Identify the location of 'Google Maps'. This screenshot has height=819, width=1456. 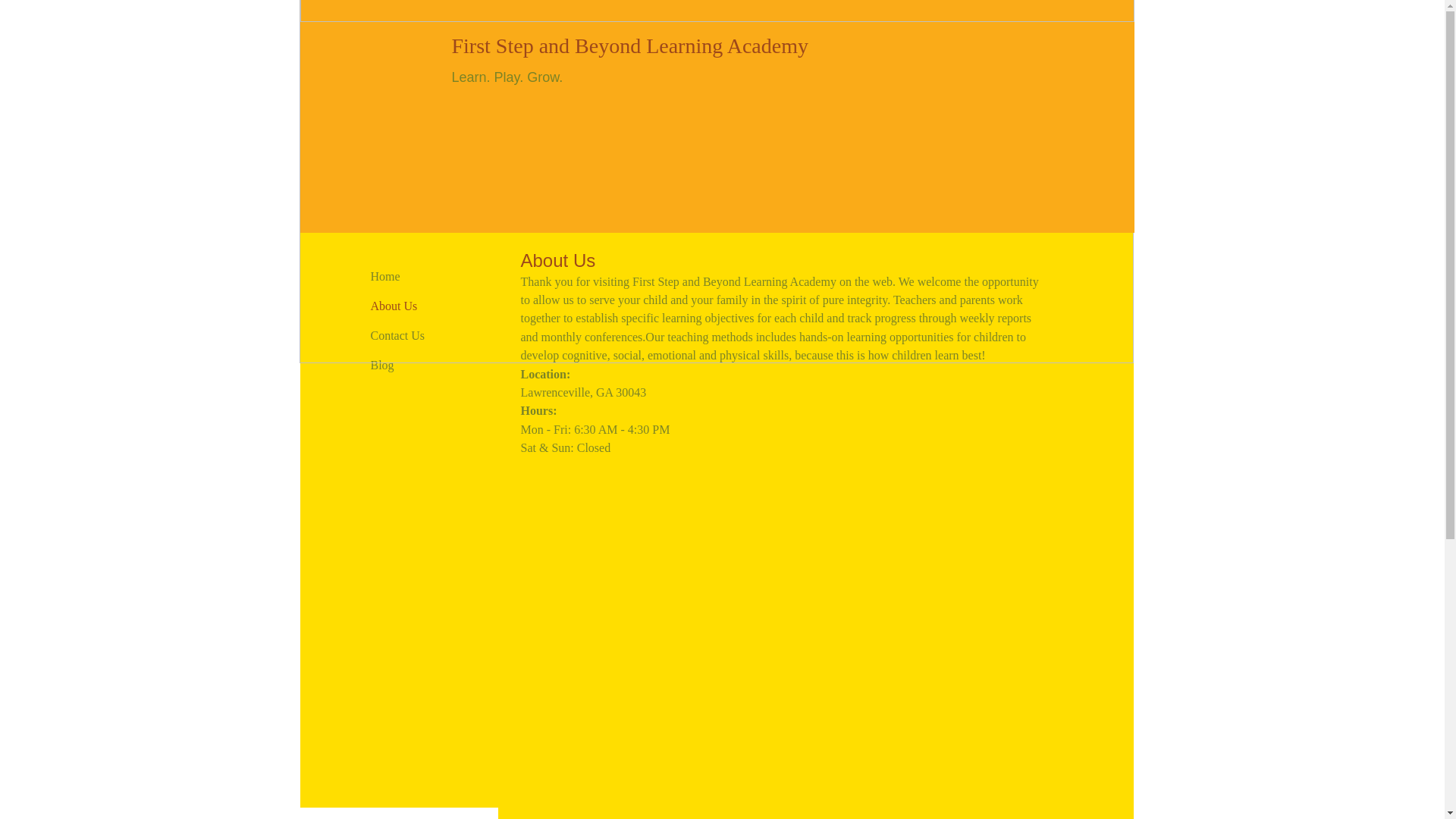
(781, 617).